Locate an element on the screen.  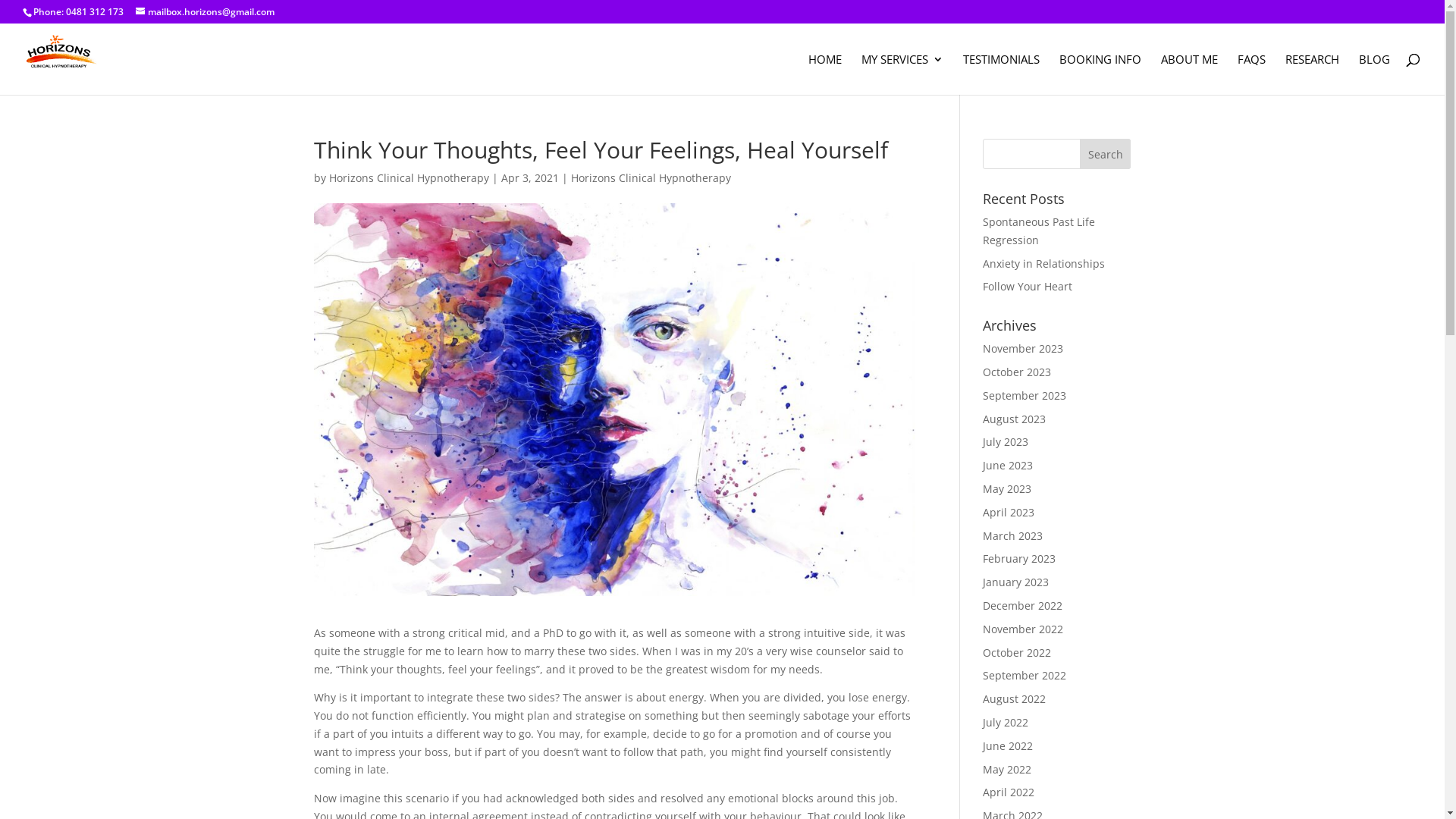
'HOME' is located at coordinates (824, 74).